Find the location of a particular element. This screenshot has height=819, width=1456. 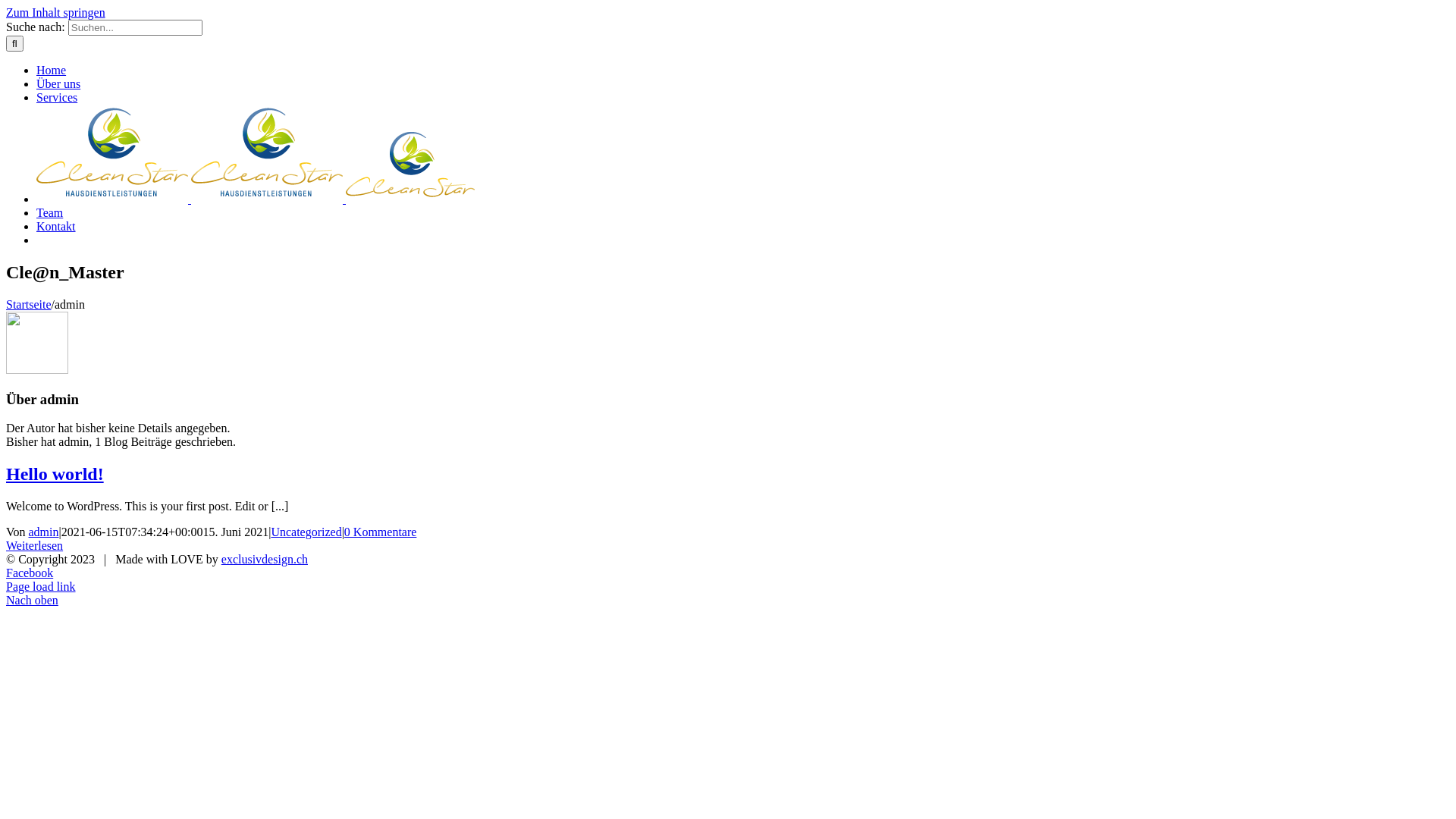

'Weiterlesen' is located at coordinates (34, 544).